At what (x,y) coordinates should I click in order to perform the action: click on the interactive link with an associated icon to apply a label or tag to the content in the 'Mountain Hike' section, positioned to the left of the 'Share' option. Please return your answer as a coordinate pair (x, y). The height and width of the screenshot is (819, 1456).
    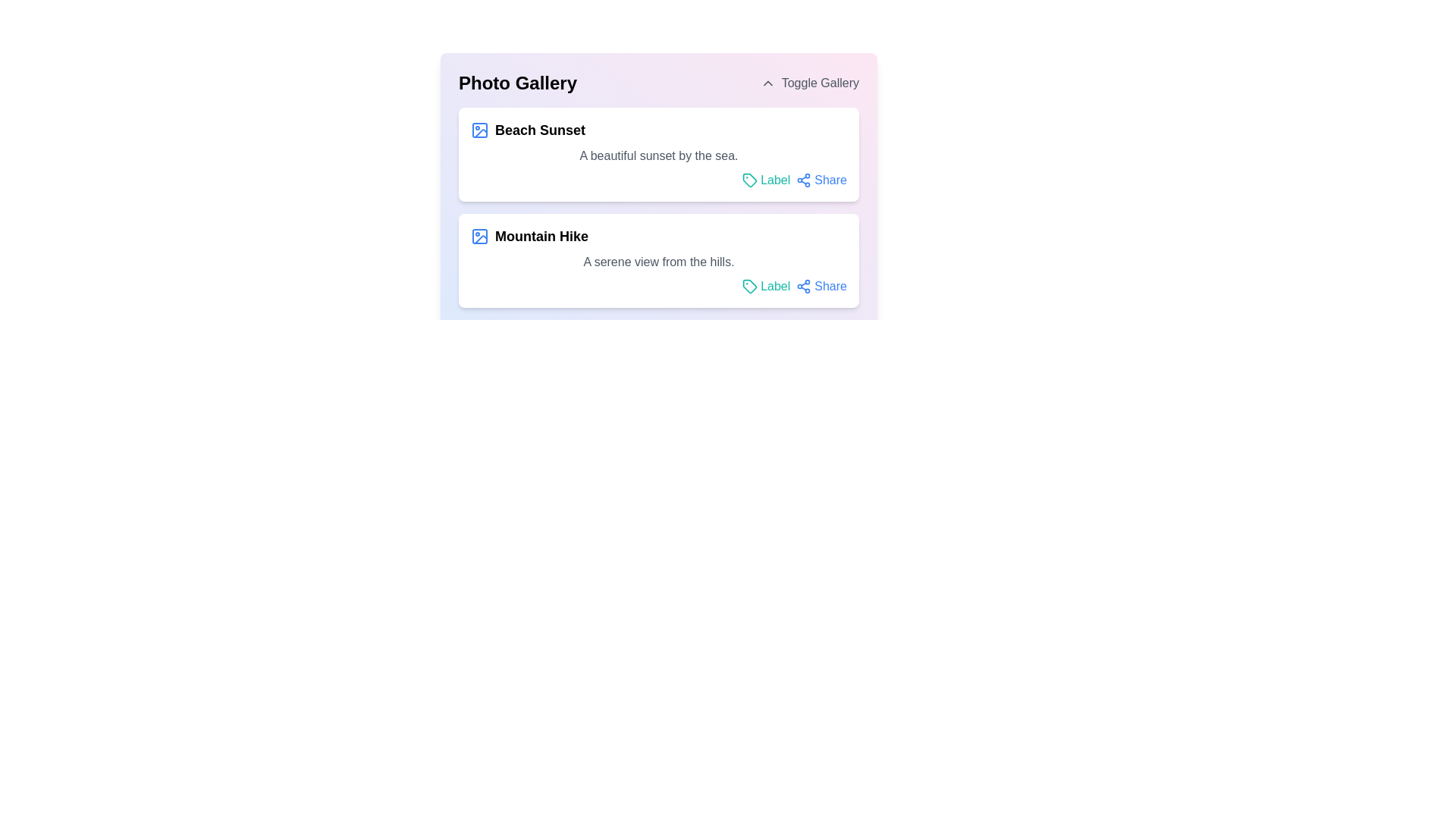
    Looking at the image, I should click on (766, 287).